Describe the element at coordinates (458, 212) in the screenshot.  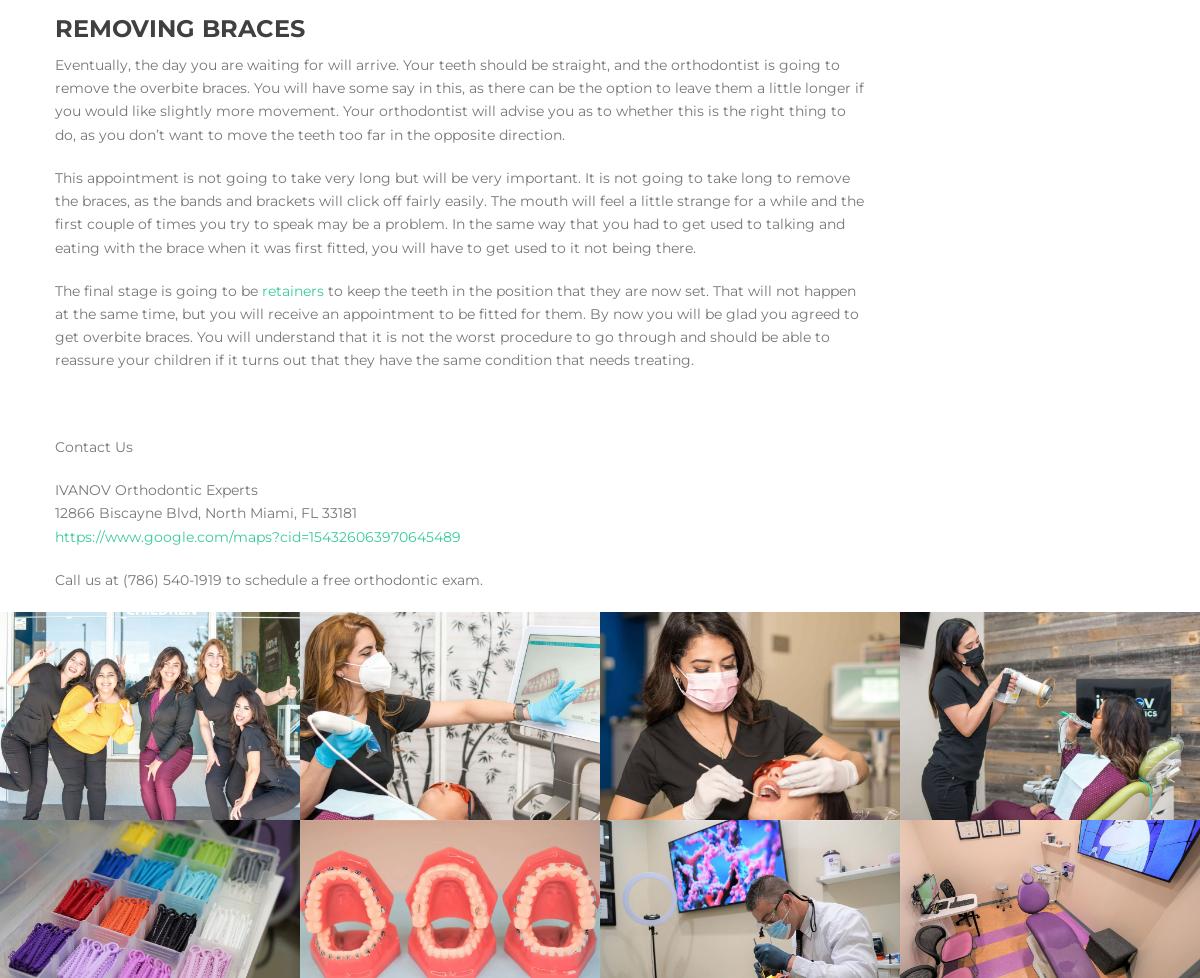
I see `'This appointment is not going to take very long but will be very important. It is not going to take long to remove the braces, as the bands and brackets will click off fairly easily. The mouth will feel a little strange for a while and the first couple of times you try to speak may be a problem. In the same way that you had to get used to talking and eating with the brace when it was first fitted, you will have to get used to it not being there.'` at that location.